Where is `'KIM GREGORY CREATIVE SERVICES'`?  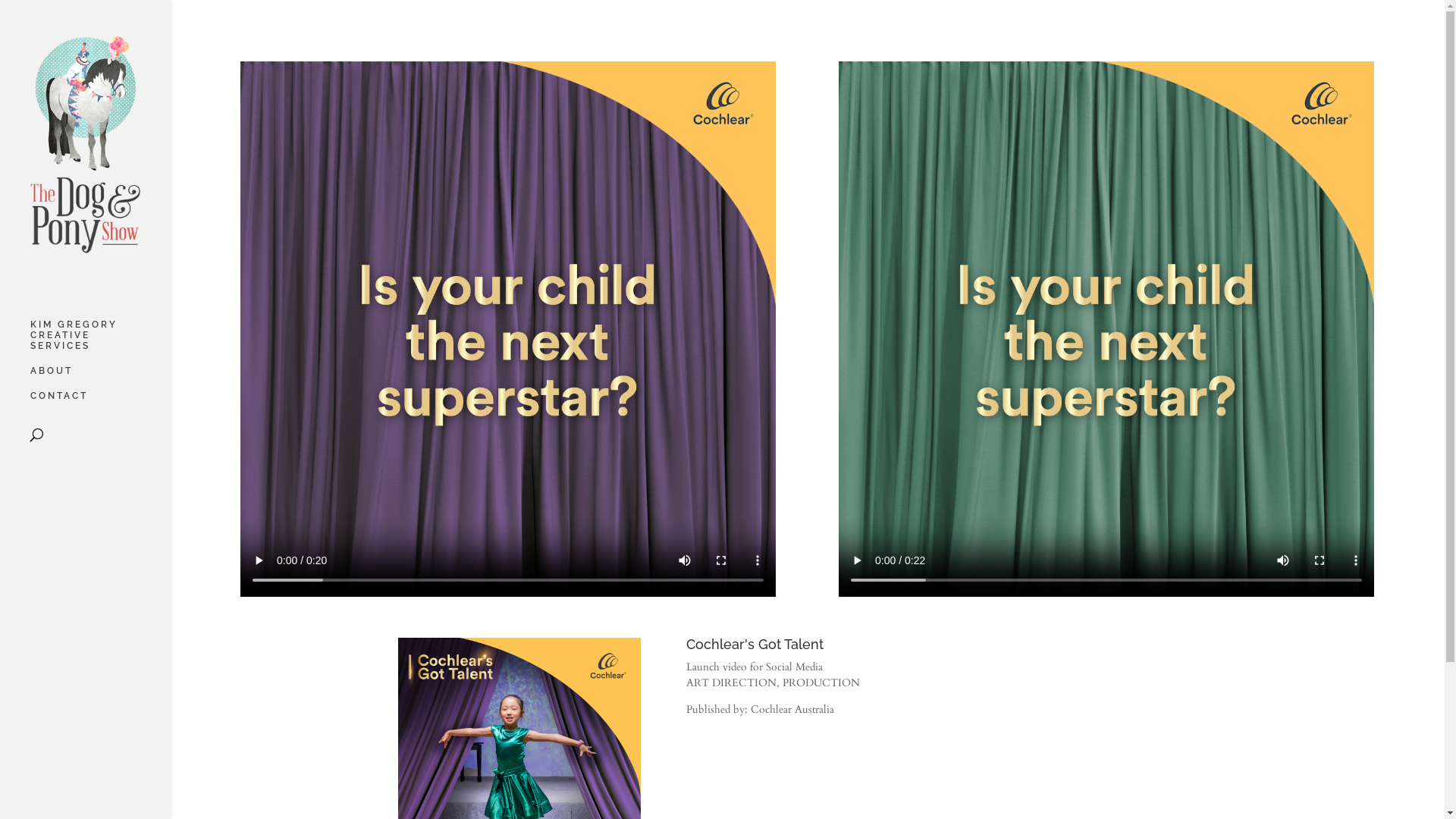
'KIM GREGORY CREATIVE SERVICES' is located at coordinates (99, 342).